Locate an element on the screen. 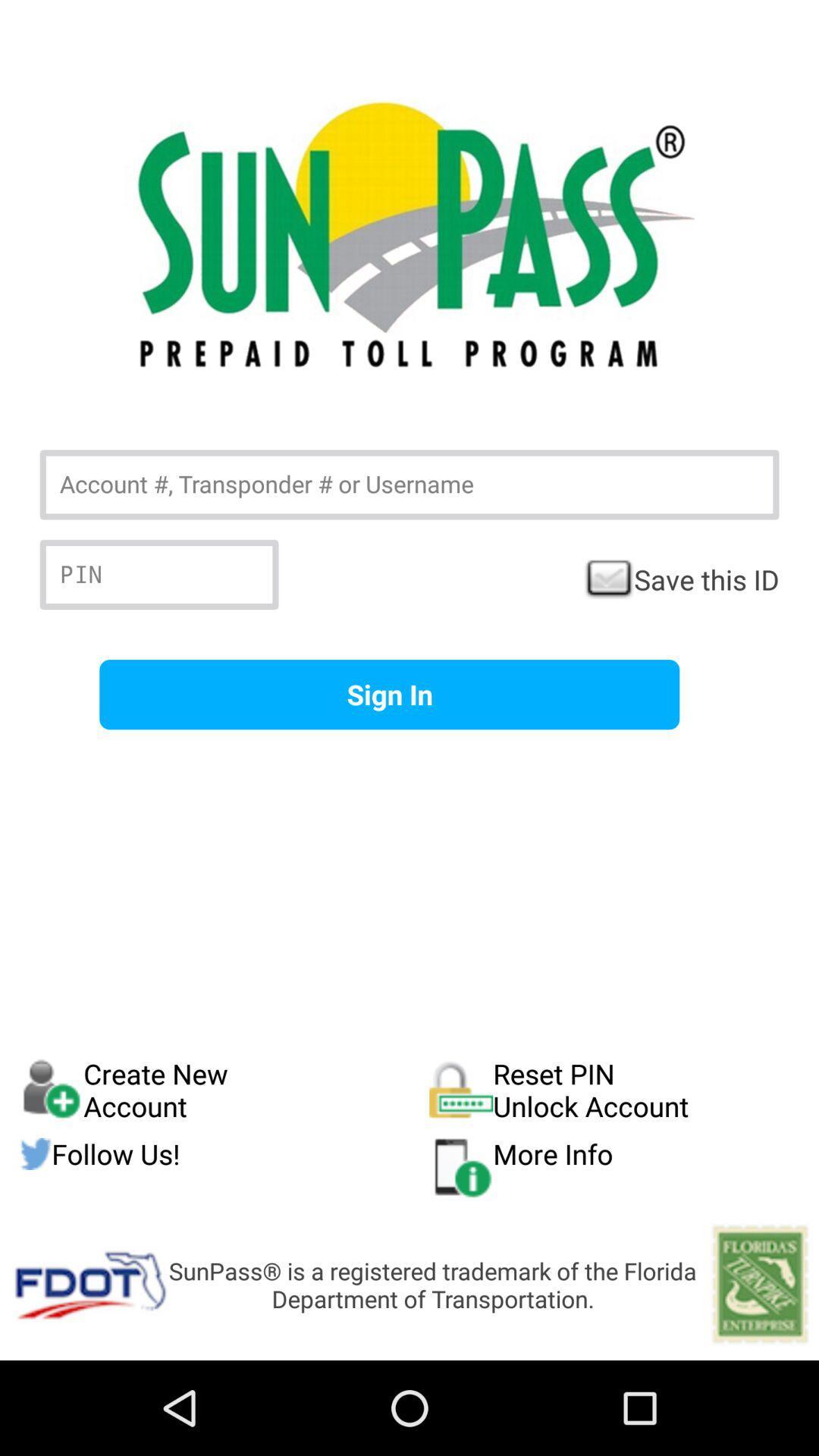  the icon below the sign in item is located at coordinates (614, 1089).